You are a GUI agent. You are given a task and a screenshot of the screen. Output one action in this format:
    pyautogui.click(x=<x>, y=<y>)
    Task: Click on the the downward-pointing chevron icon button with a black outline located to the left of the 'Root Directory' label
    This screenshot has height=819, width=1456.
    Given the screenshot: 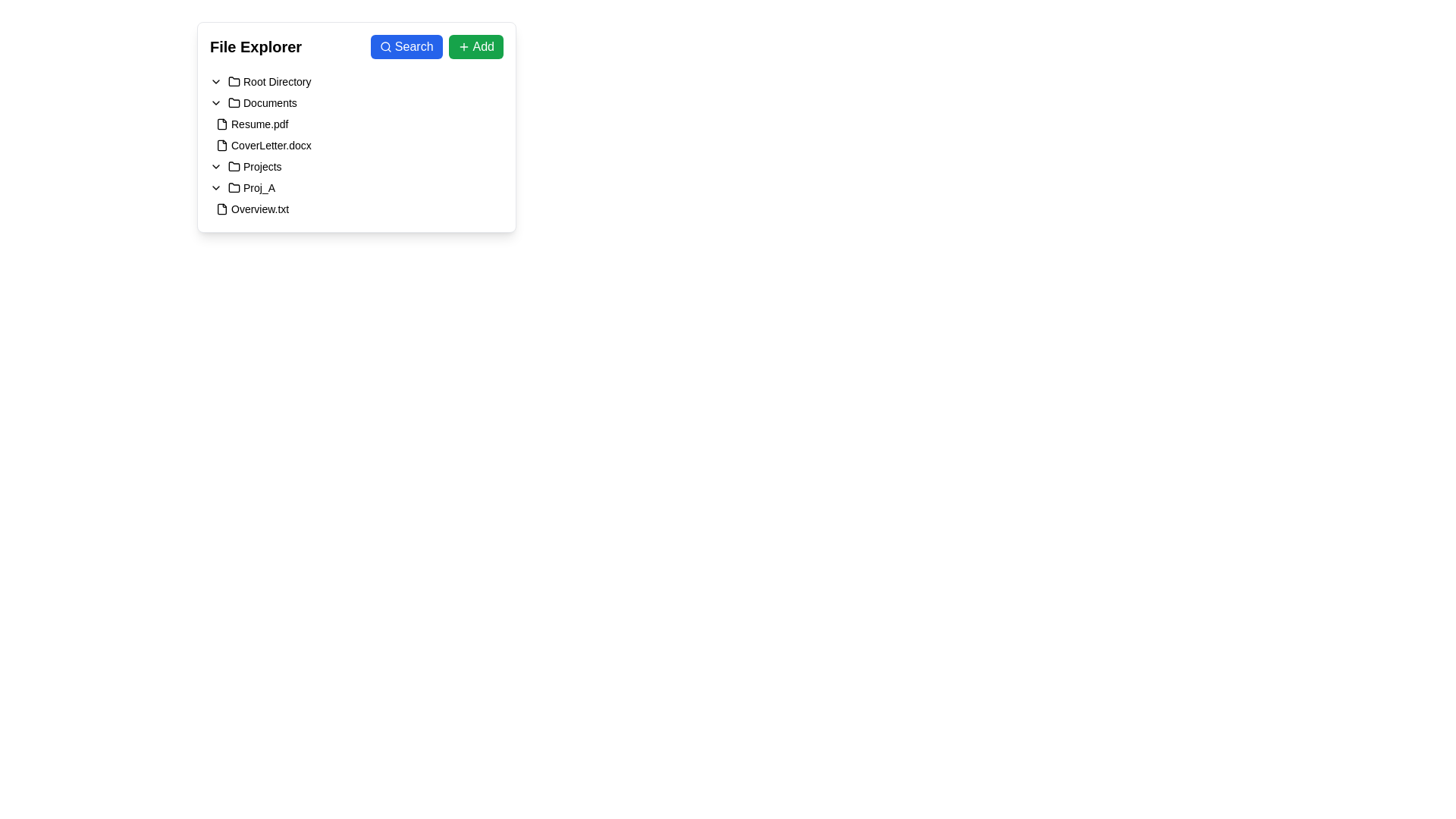 What is the action you would take?
    pyautogui.click(x=215, y=82)
    